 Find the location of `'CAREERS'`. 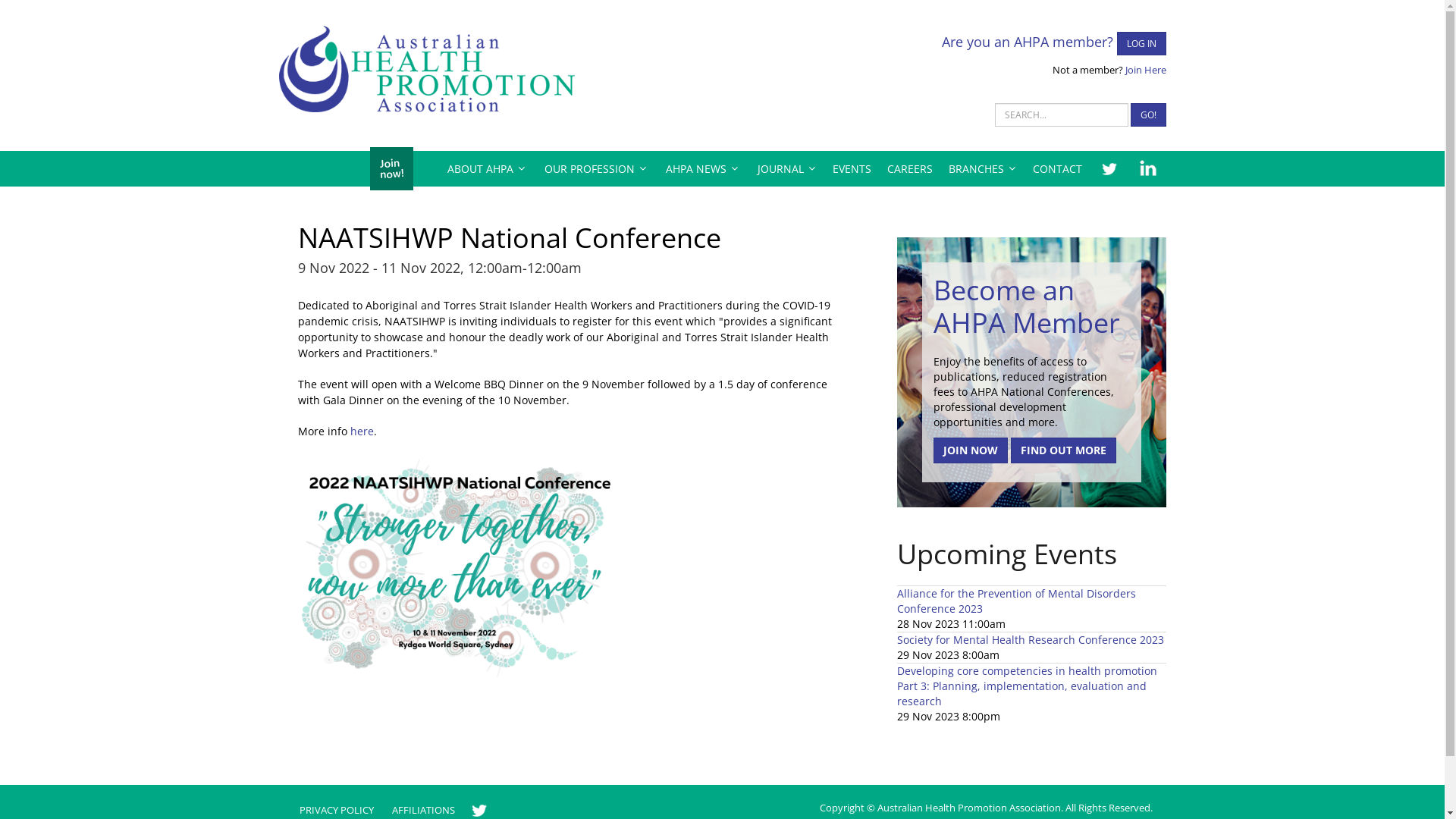

'CAREERS' is located at coordinates (909, 168).